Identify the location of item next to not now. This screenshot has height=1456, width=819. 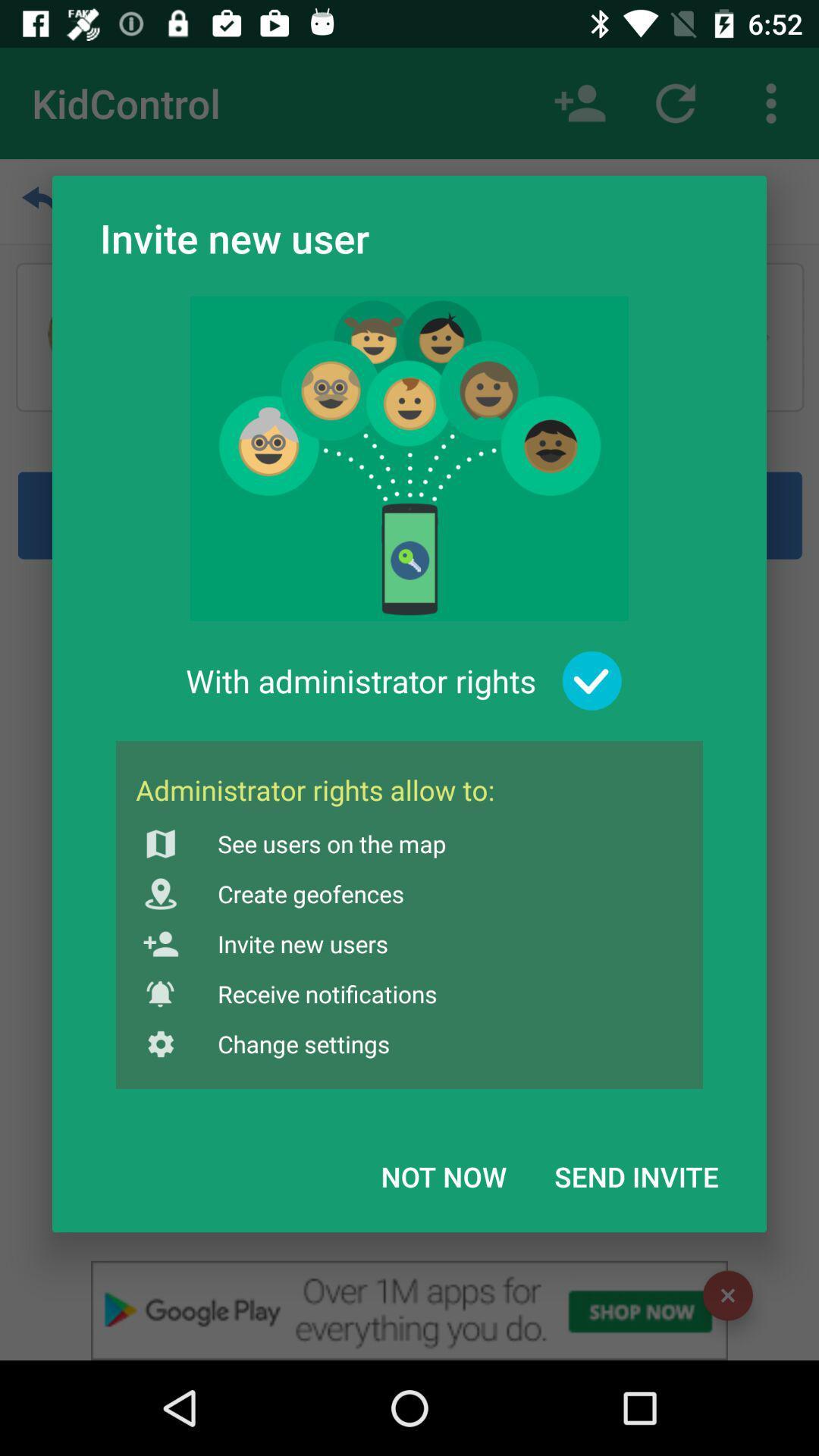
(636, 1175).